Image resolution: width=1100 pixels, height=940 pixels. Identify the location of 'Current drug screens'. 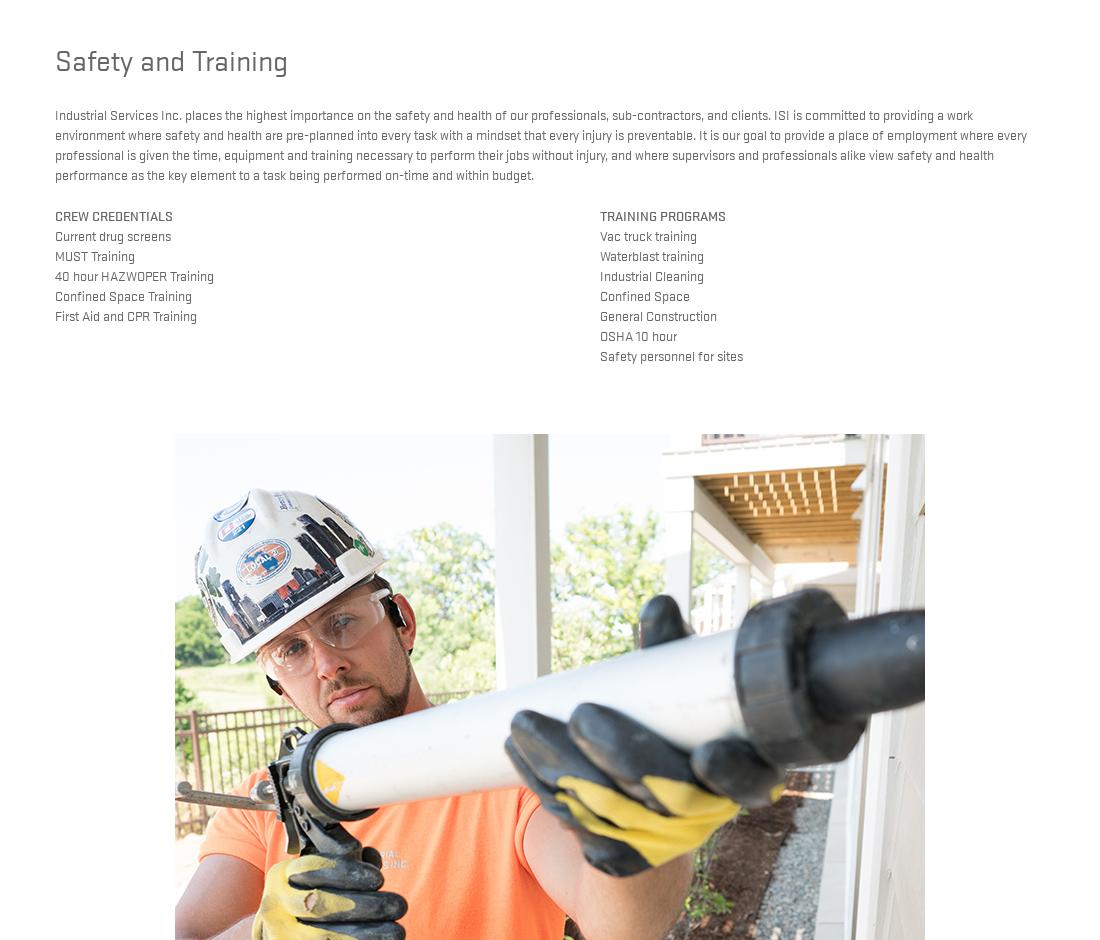
(112, 235).